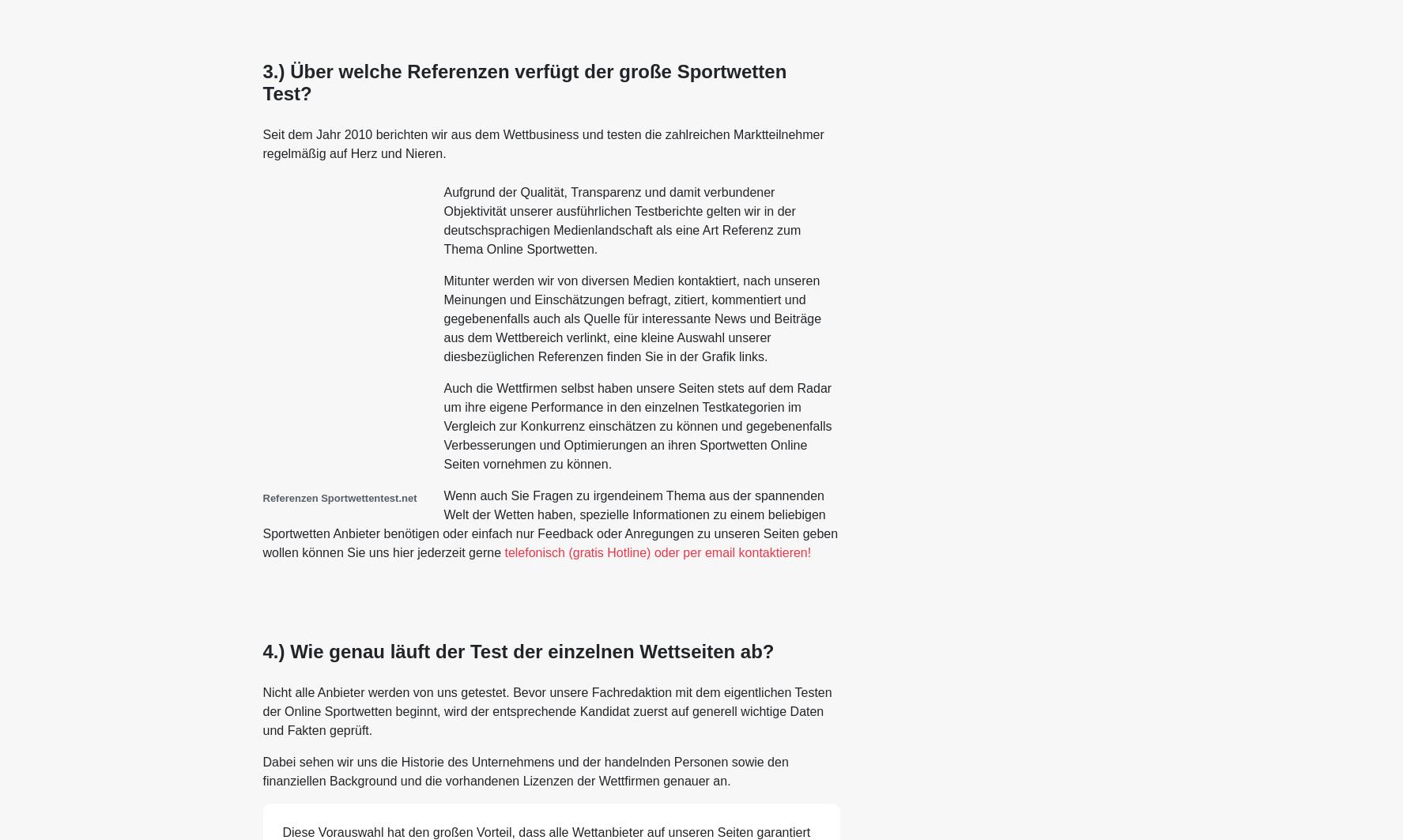  What do you see at coordinates (622, 220) in the screenshot?
I see `'Aufgrund der Qualität, Transparenz und damit verbundener Objektivität unserer ausführlichen Testberichte gelten wir in der deutschsprachigen Medienlandschaft als eine Art Referenz zum Thema Online Sportwetten.'` at bounding box center [622, 220].